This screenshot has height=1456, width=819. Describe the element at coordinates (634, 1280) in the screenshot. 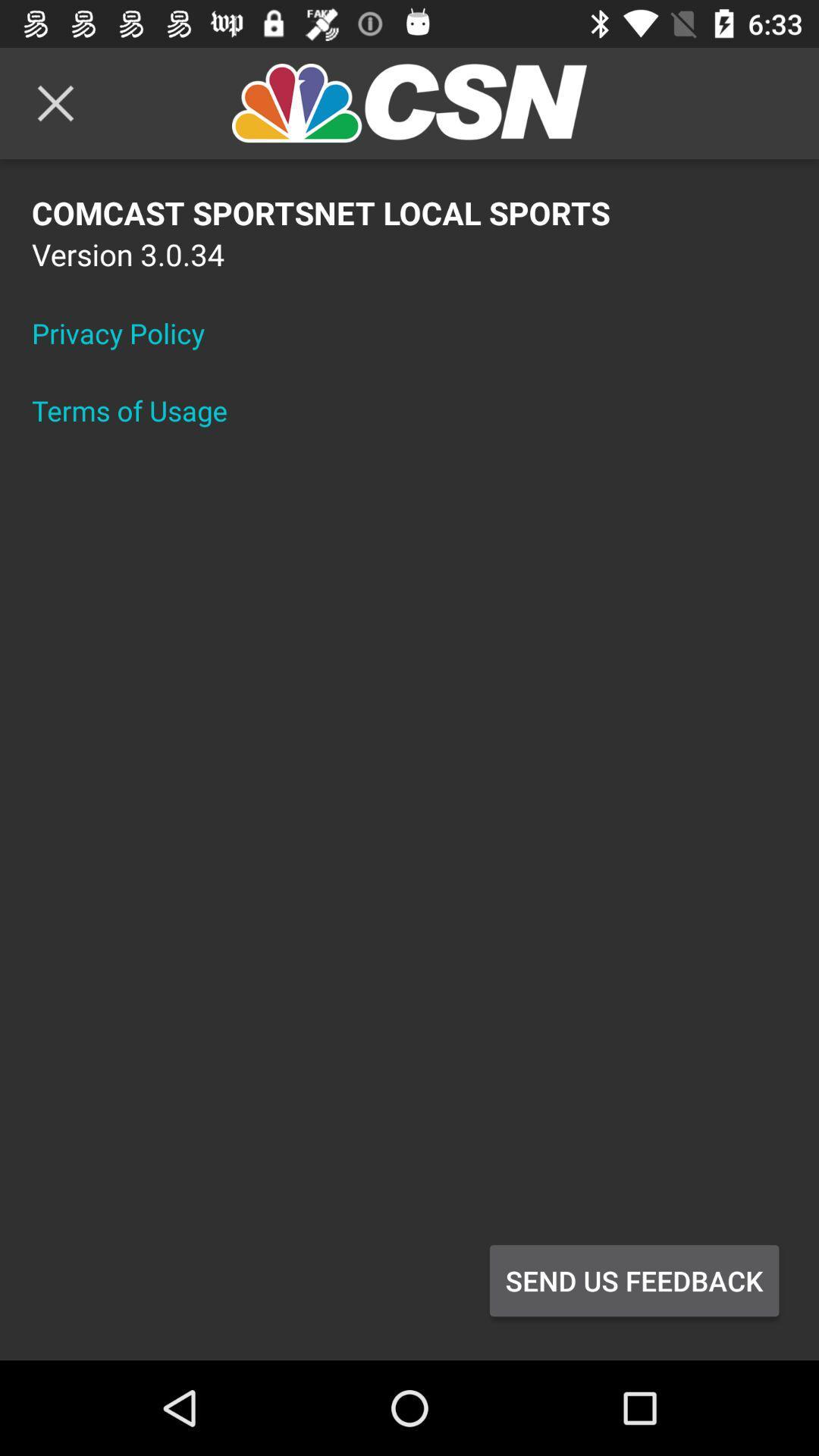

I see `the item below comcast sportsnet local icon` at that location.